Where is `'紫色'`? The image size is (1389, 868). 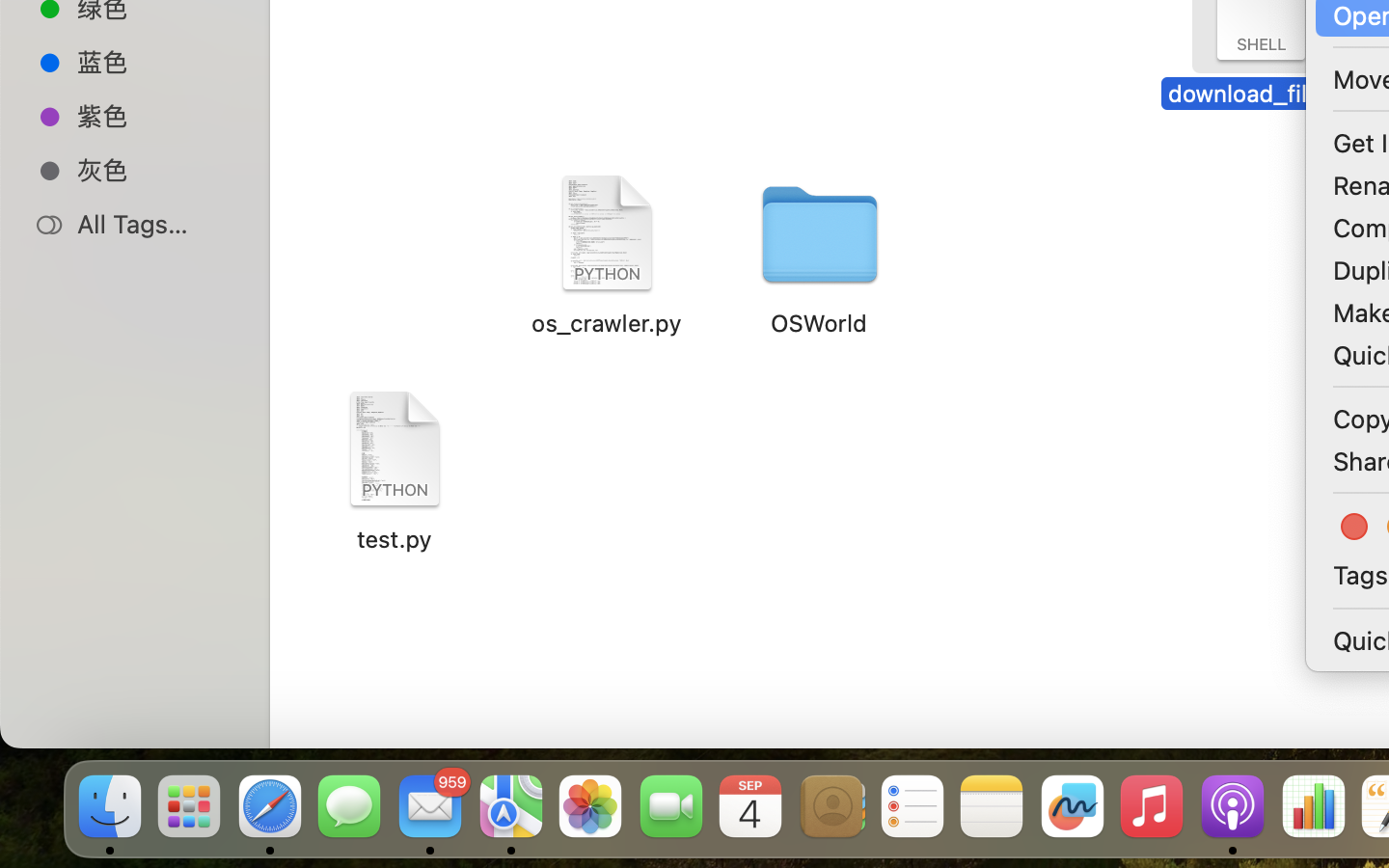 '紫色' is located at coordinates (153, 115).